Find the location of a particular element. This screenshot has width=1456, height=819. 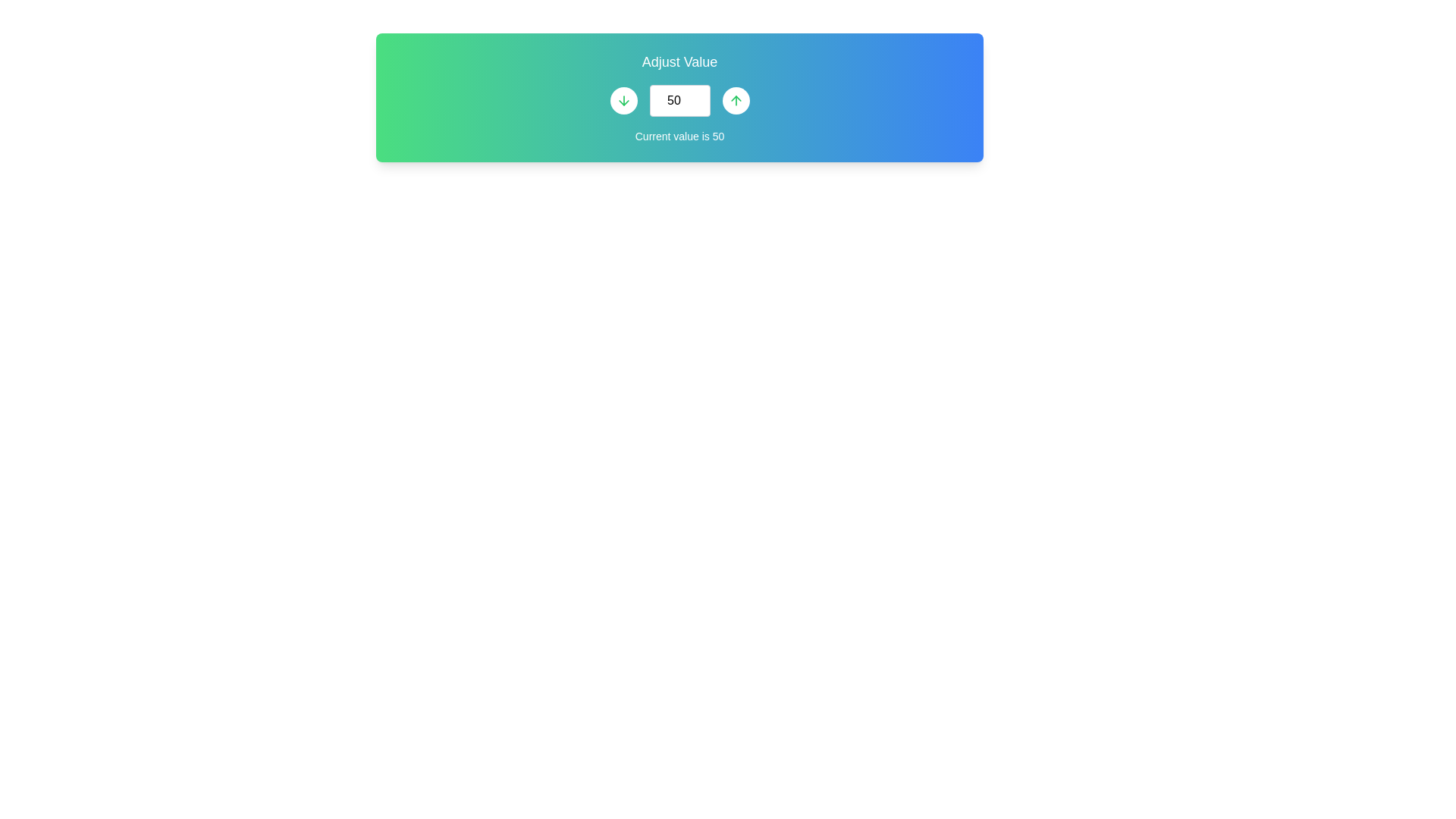

the green downward arrow button located to the right of the text field displaying '50' to decrement the value is located at coordinates (623, 100).